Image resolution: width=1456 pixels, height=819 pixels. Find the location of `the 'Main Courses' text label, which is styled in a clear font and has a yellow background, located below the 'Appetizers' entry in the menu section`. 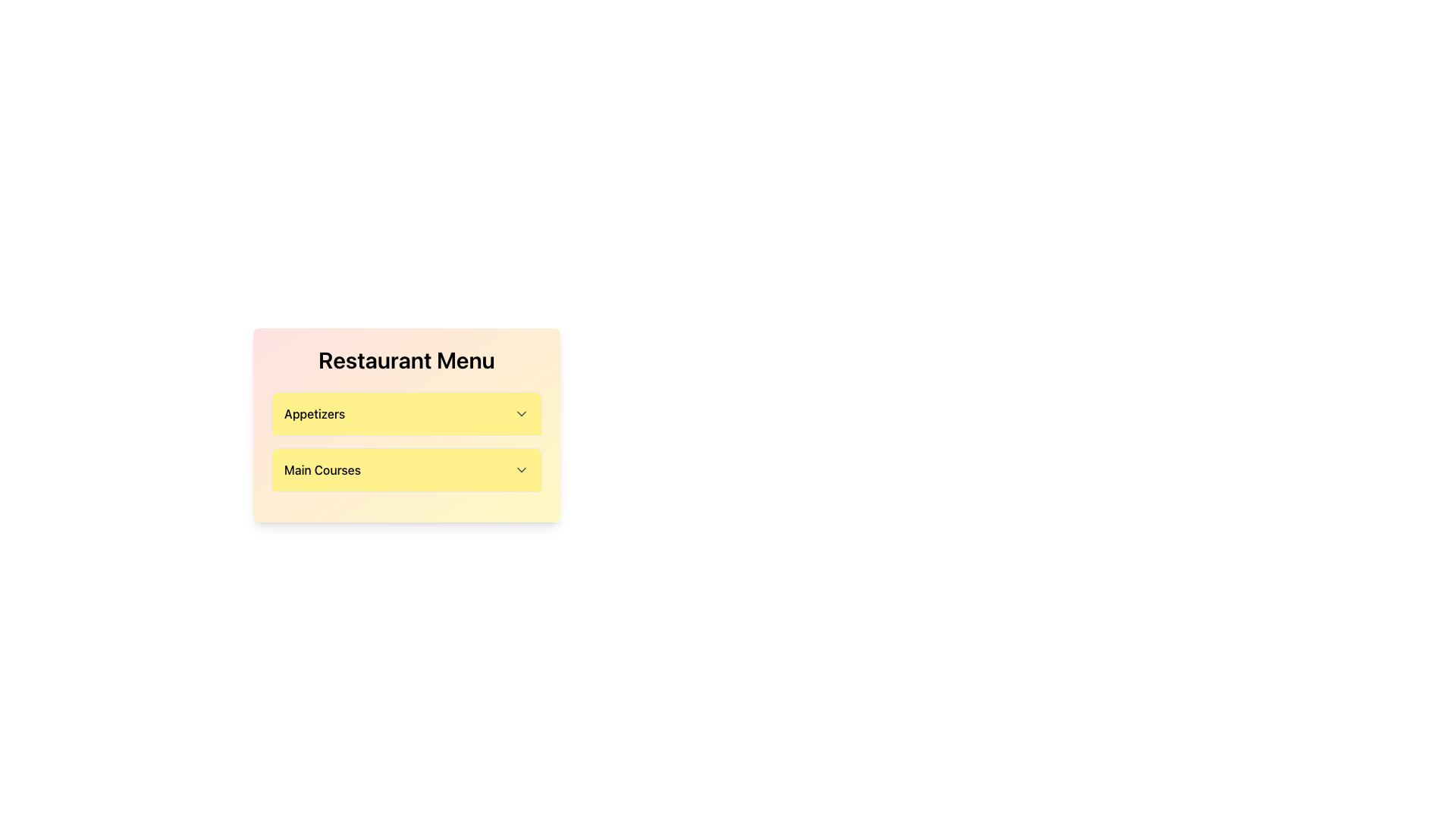

the 'Main Courses' text label, which is styled in a clear font and has a yellow background, located below the 'Appetizers' entry in the menu section is located at coordinates (322, 469).